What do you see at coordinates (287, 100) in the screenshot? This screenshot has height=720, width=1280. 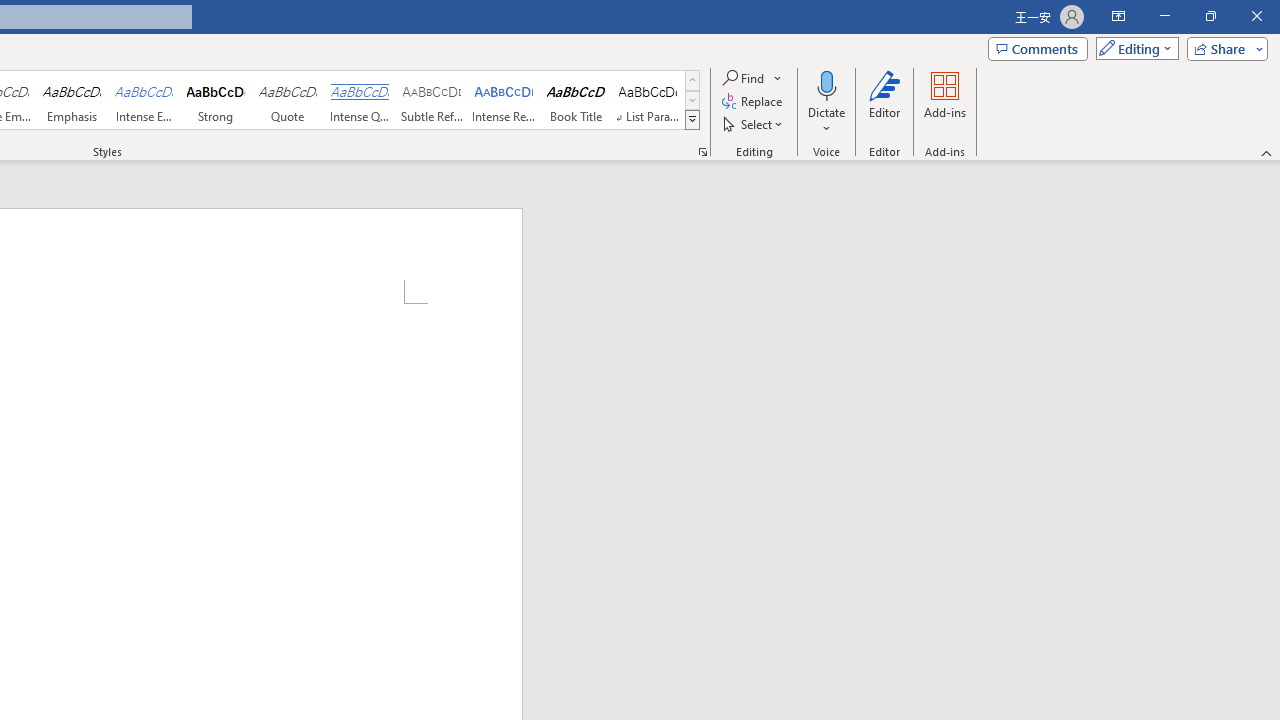 I see `'Quote'` at bounding box center [287, 100].